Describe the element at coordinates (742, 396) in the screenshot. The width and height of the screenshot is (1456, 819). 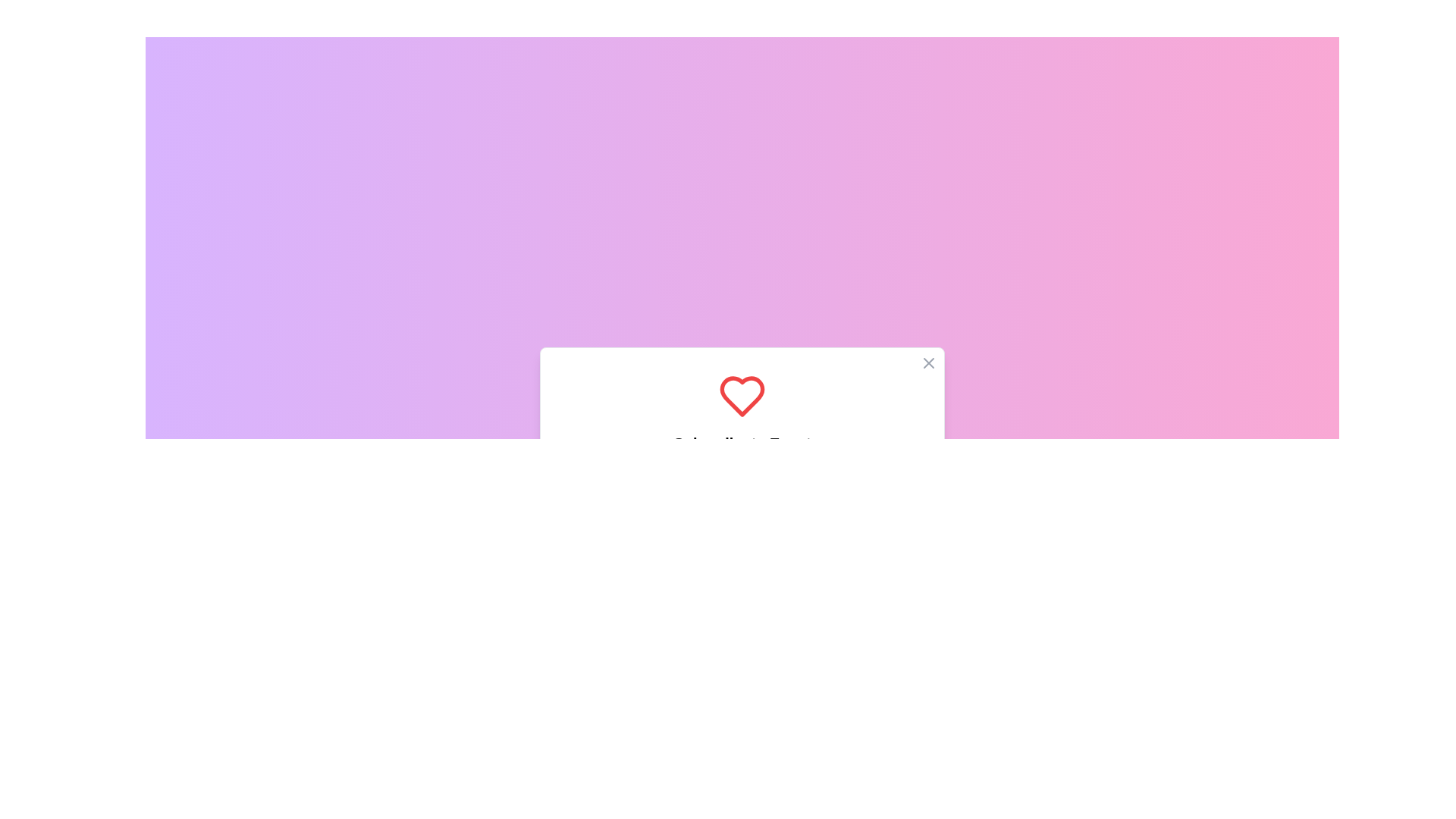
I see `the heart icon located in the 'Subscribe to Event' dialog box, positioned directly above the title text` at that location.